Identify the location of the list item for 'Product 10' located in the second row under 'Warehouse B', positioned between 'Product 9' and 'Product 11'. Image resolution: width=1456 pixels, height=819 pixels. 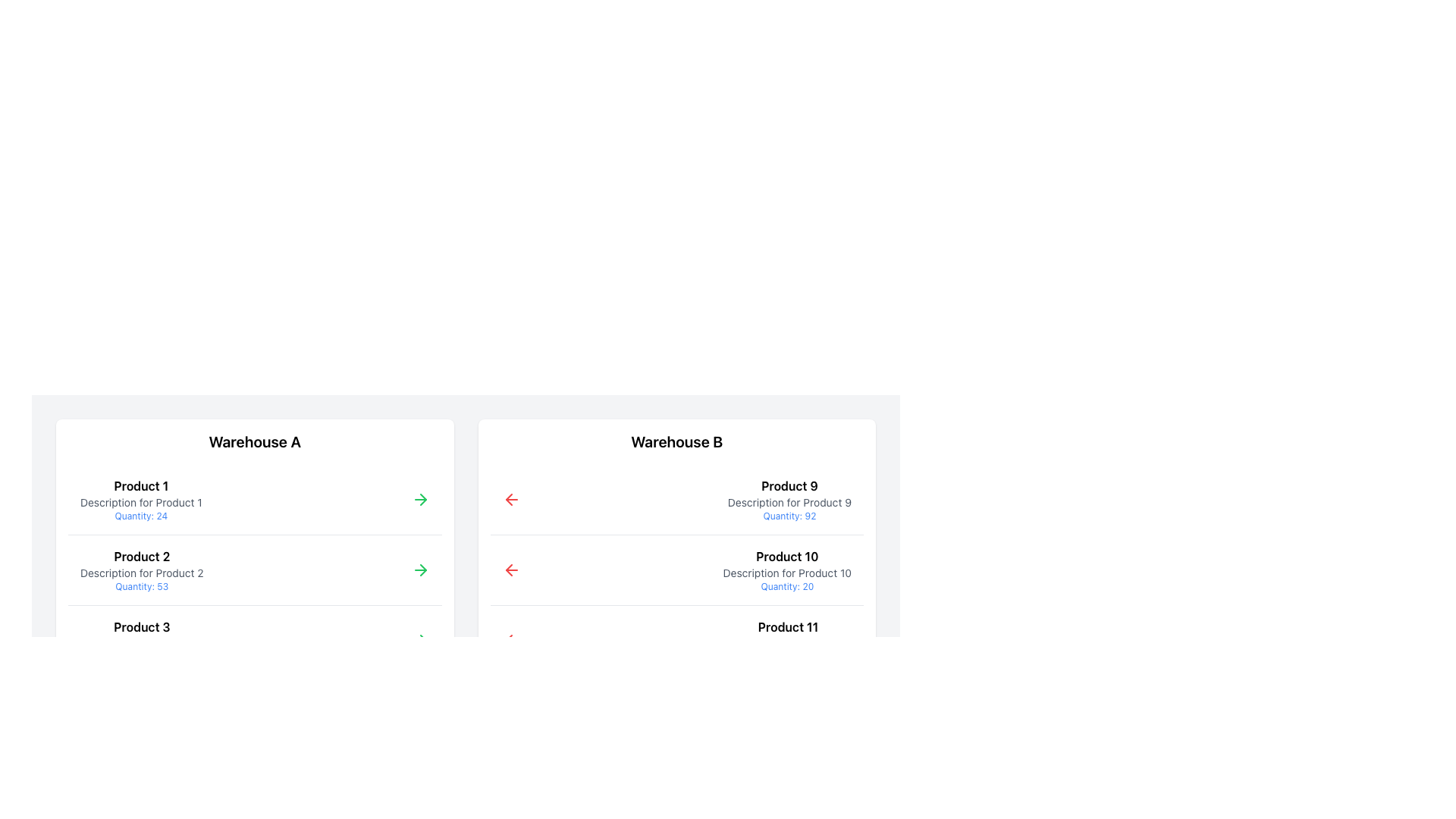
(676, 570).